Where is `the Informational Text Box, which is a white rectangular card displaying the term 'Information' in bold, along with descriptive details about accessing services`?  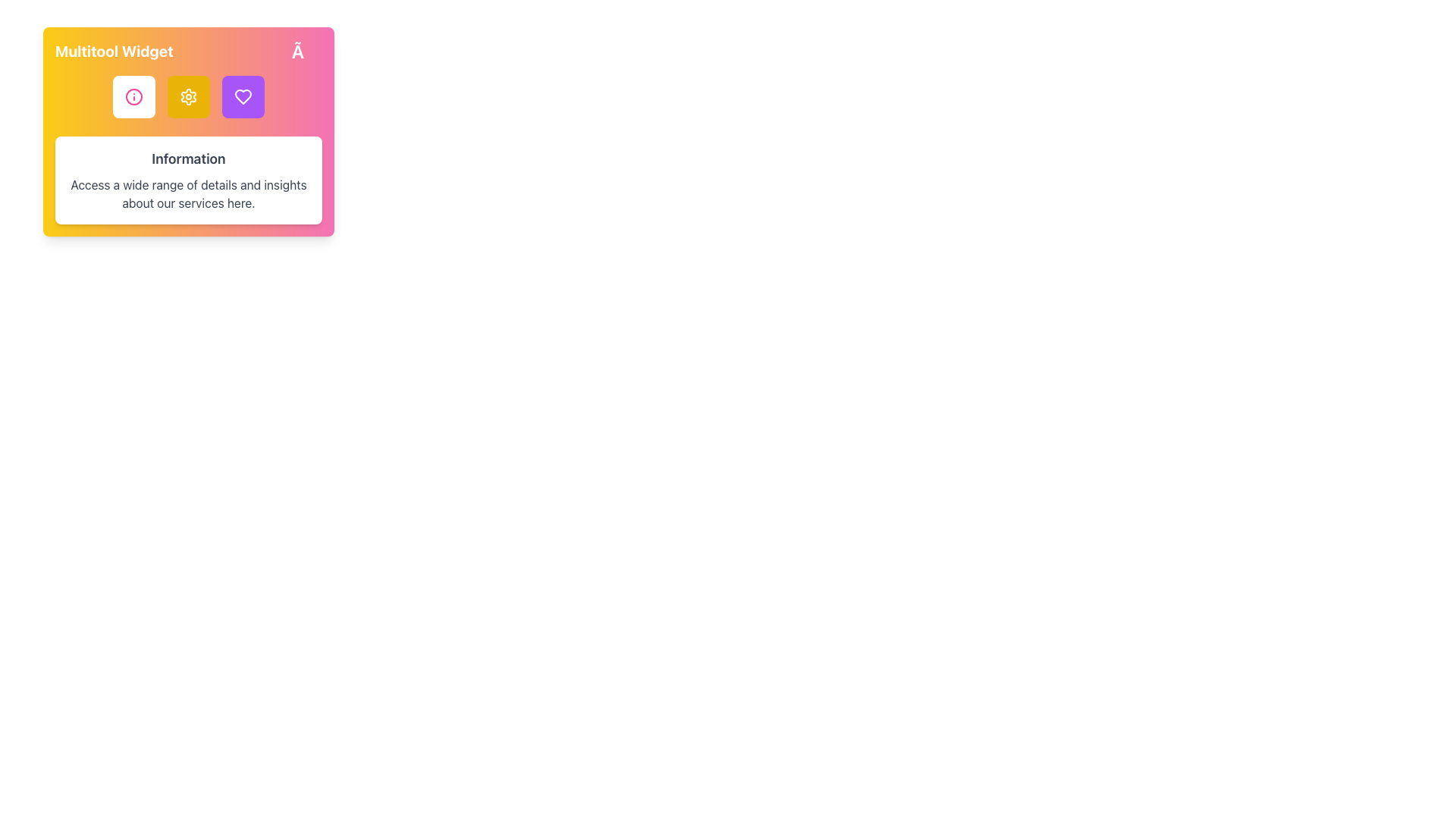 the Informational Text Box, which is a white rectangular card displaying the term 'Information' in bold, along with descriptive details about accessing services is located at coordinates (188, 180).